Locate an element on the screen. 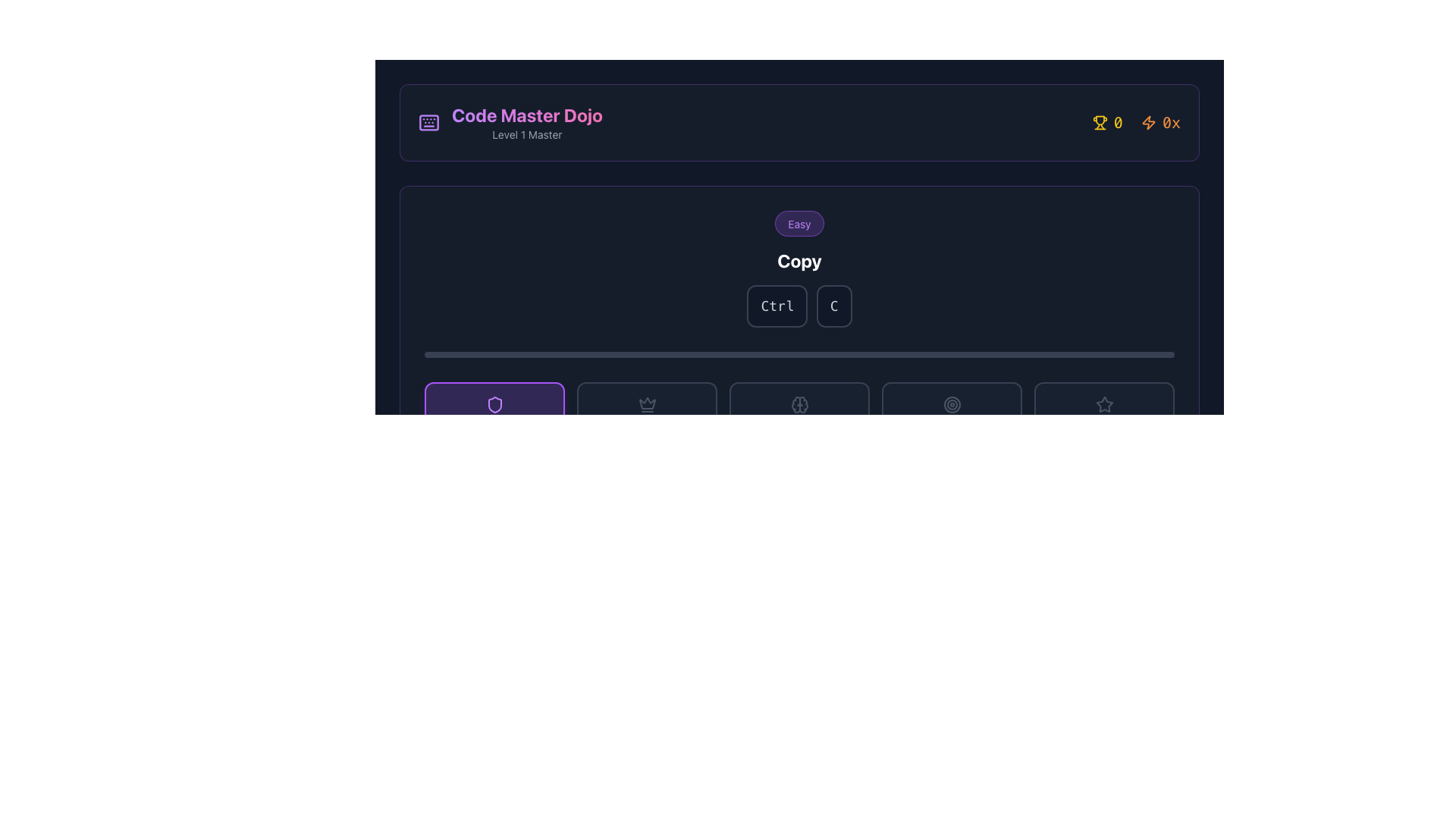  the electric-themed icon located in the top-right corner of the interface, next to the yellow trophy and red x icons is located at coordinates (1148, 122).